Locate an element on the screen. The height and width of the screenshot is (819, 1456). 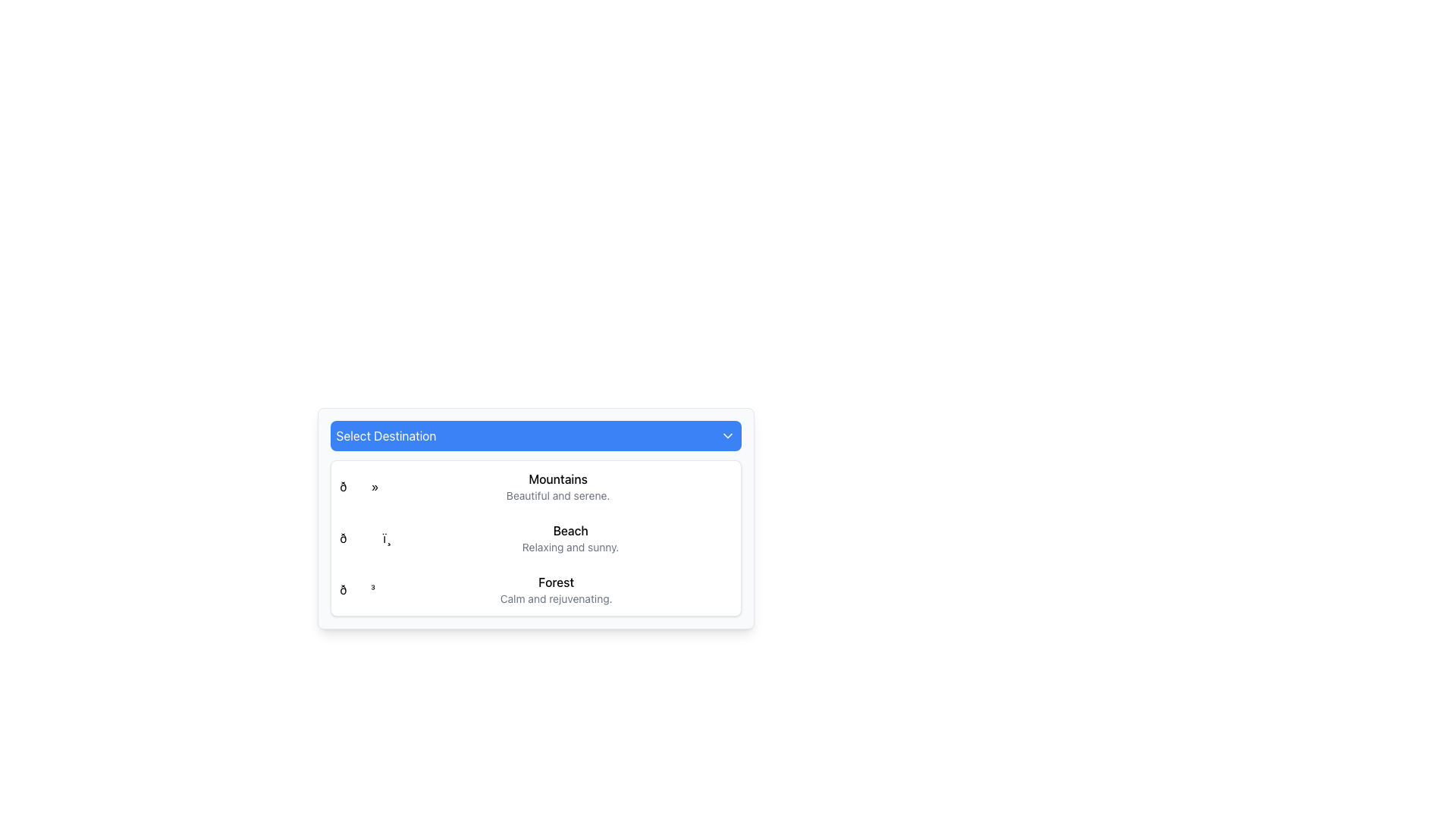
the second selectable list item titled 'Beach' is located at coordinates (535, 537).